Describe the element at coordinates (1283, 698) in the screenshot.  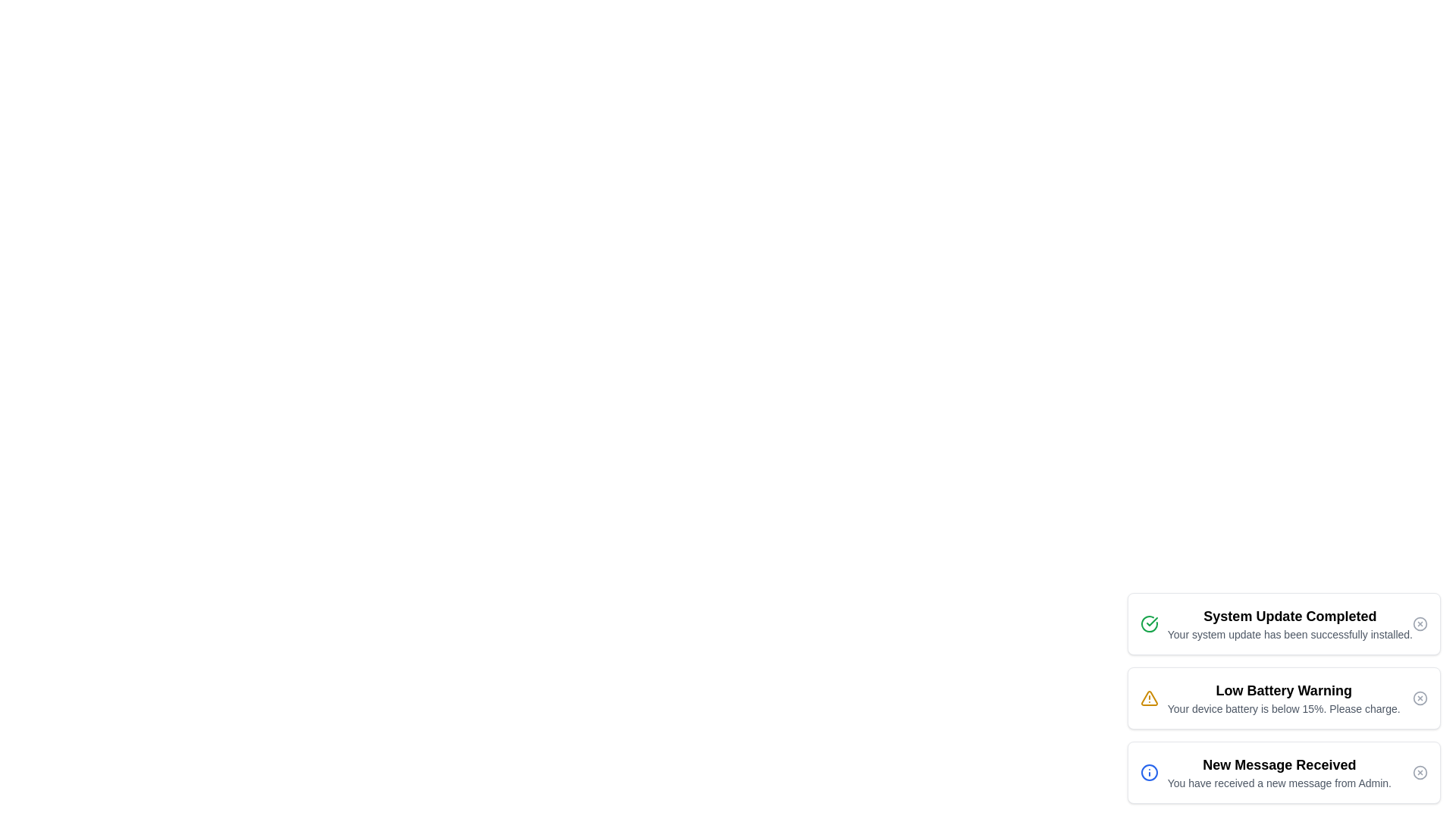
I see `displayed text in the Notification panel that shows a 'Low Battery Warning' with a yellow warning icon and descriptive message` at that location.